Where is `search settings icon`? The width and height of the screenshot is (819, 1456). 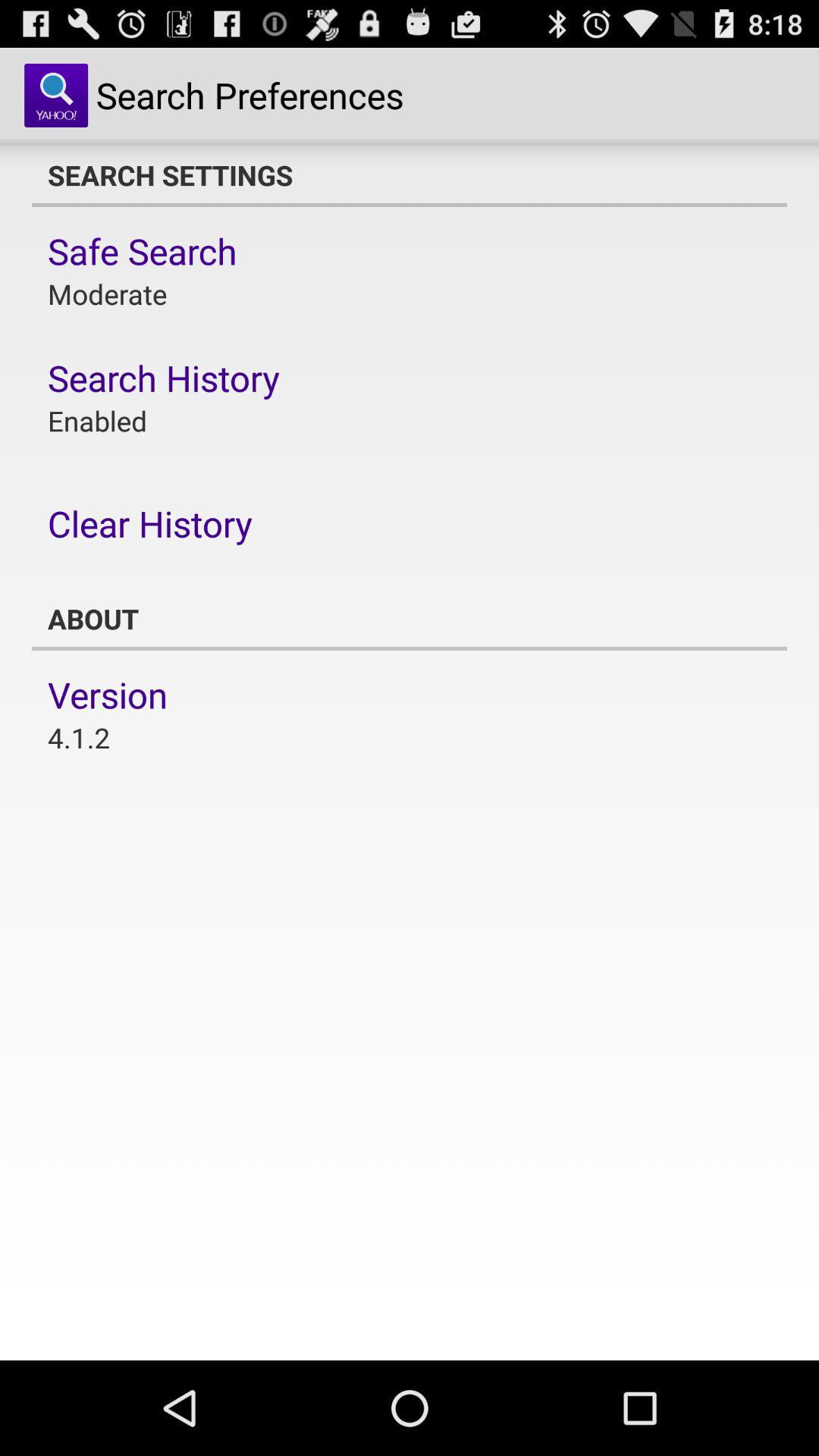
search settings icon is located at coordinates (409, 174).